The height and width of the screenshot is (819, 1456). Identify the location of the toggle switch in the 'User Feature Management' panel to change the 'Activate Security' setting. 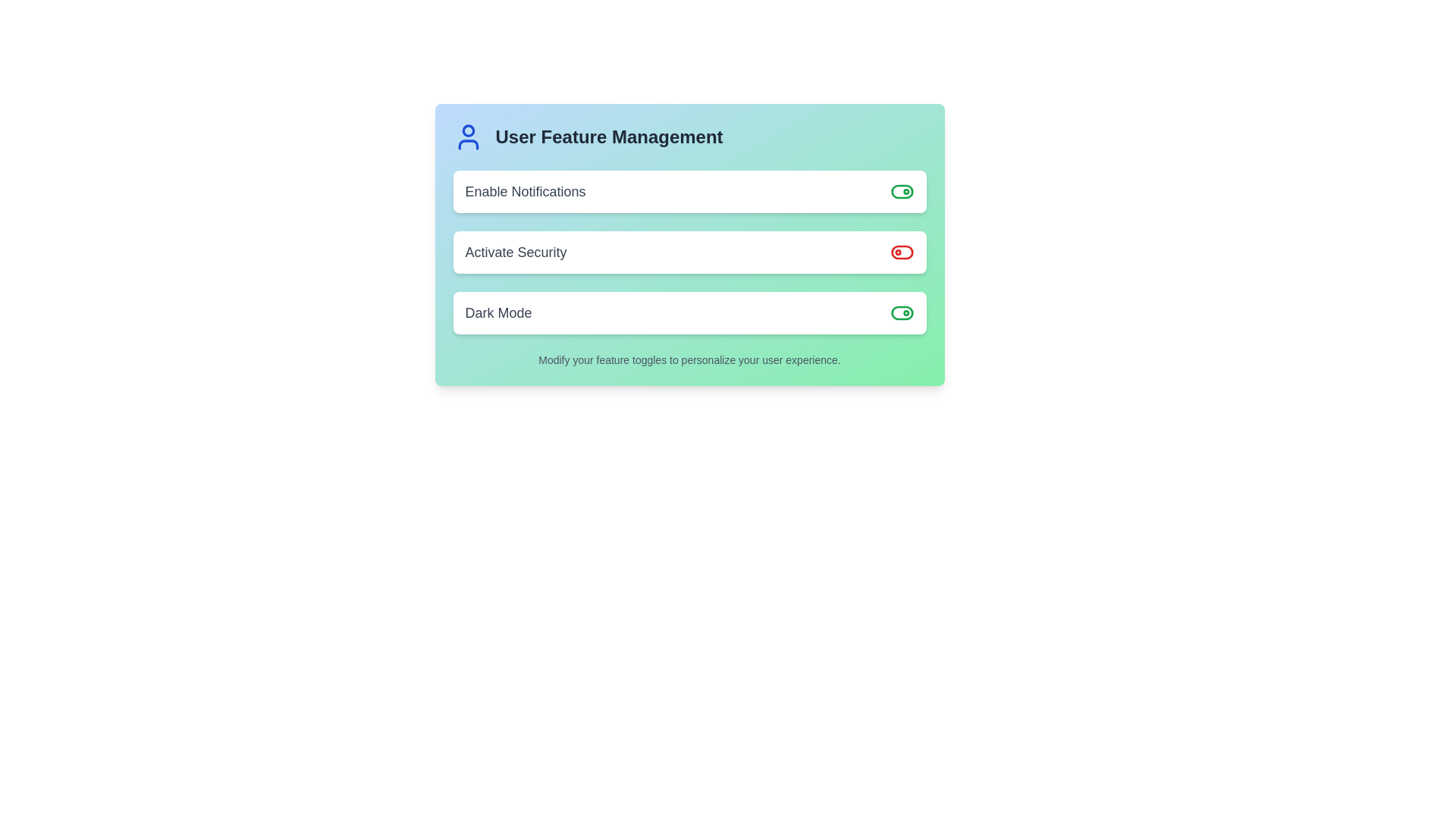
(689, 244).